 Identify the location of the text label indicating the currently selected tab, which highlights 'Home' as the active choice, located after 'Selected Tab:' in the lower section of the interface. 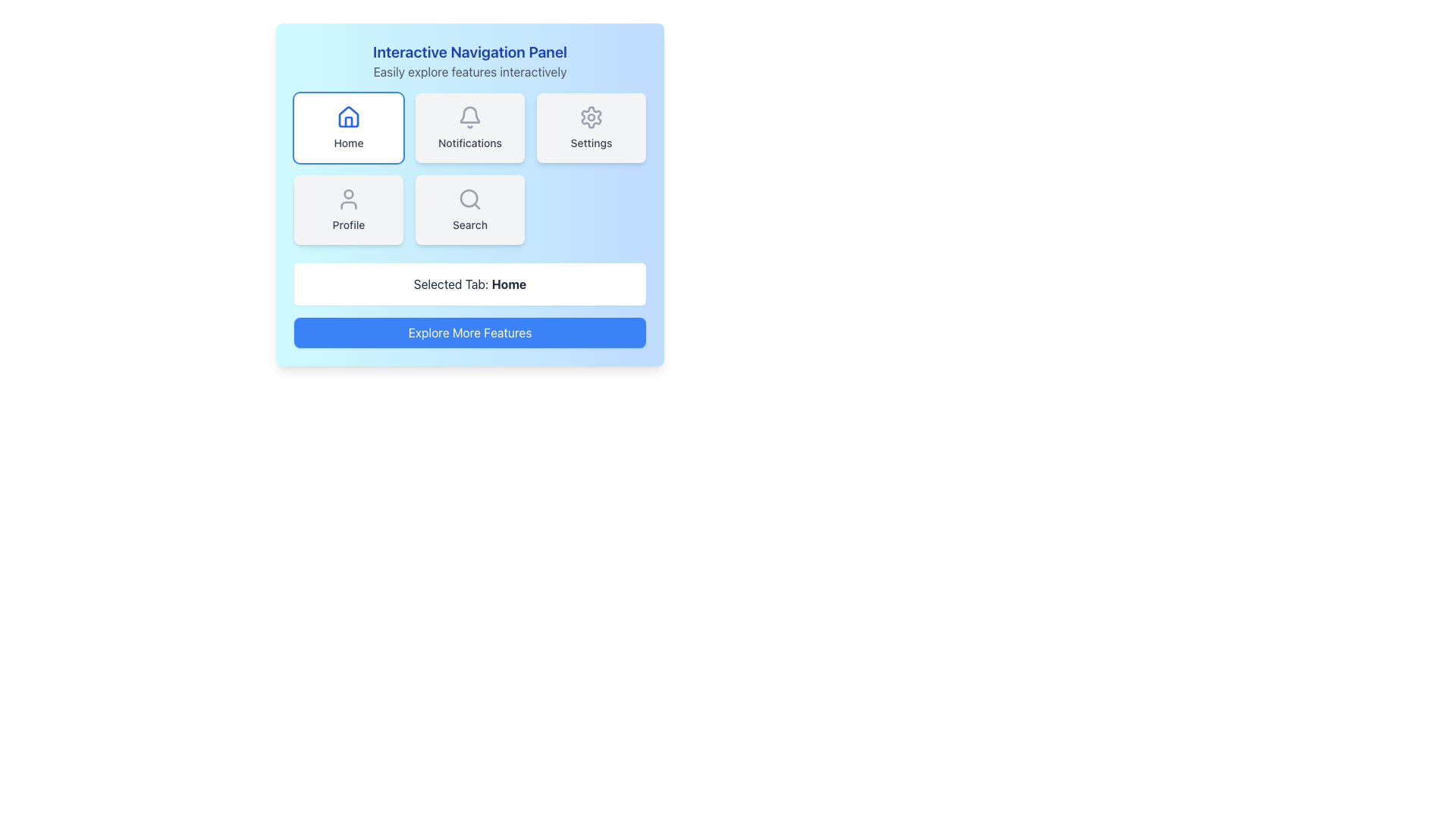
(509, 284).